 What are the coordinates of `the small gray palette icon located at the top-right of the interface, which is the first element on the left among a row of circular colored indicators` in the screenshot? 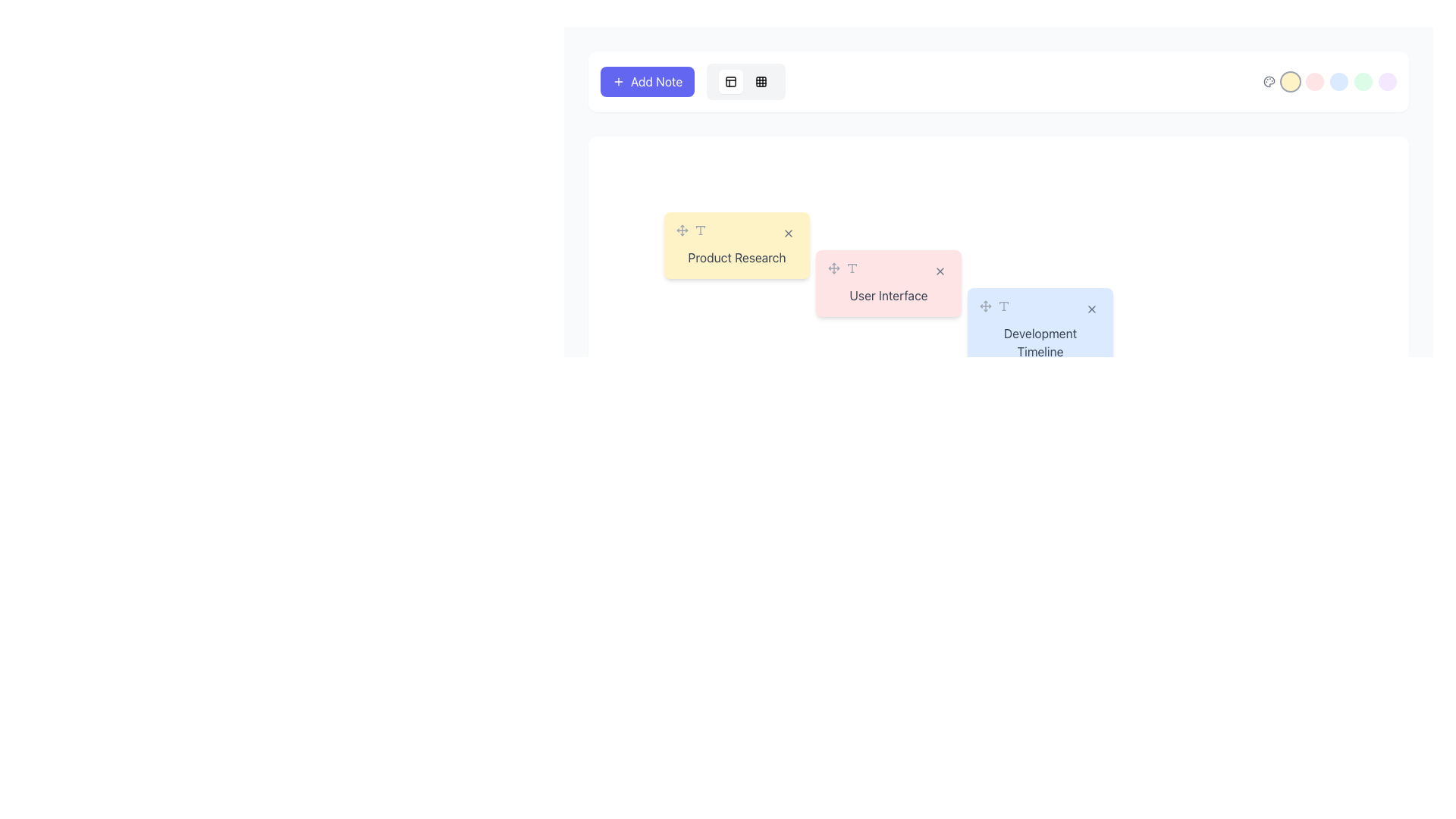 It's located at (1269, 82).